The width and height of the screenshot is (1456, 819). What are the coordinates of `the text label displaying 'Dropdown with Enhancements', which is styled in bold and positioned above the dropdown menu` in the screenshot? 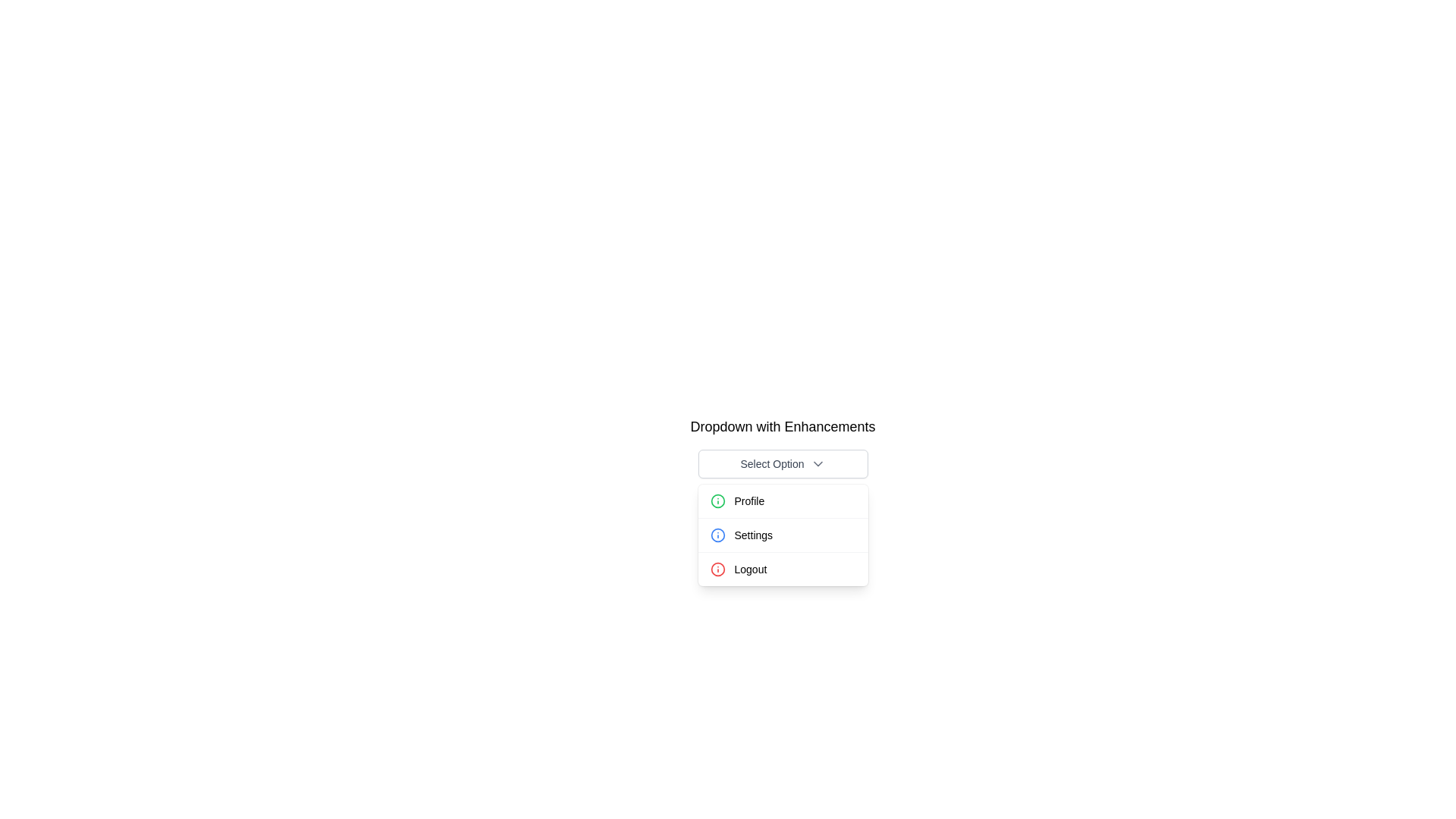 It's located at (783, 427).